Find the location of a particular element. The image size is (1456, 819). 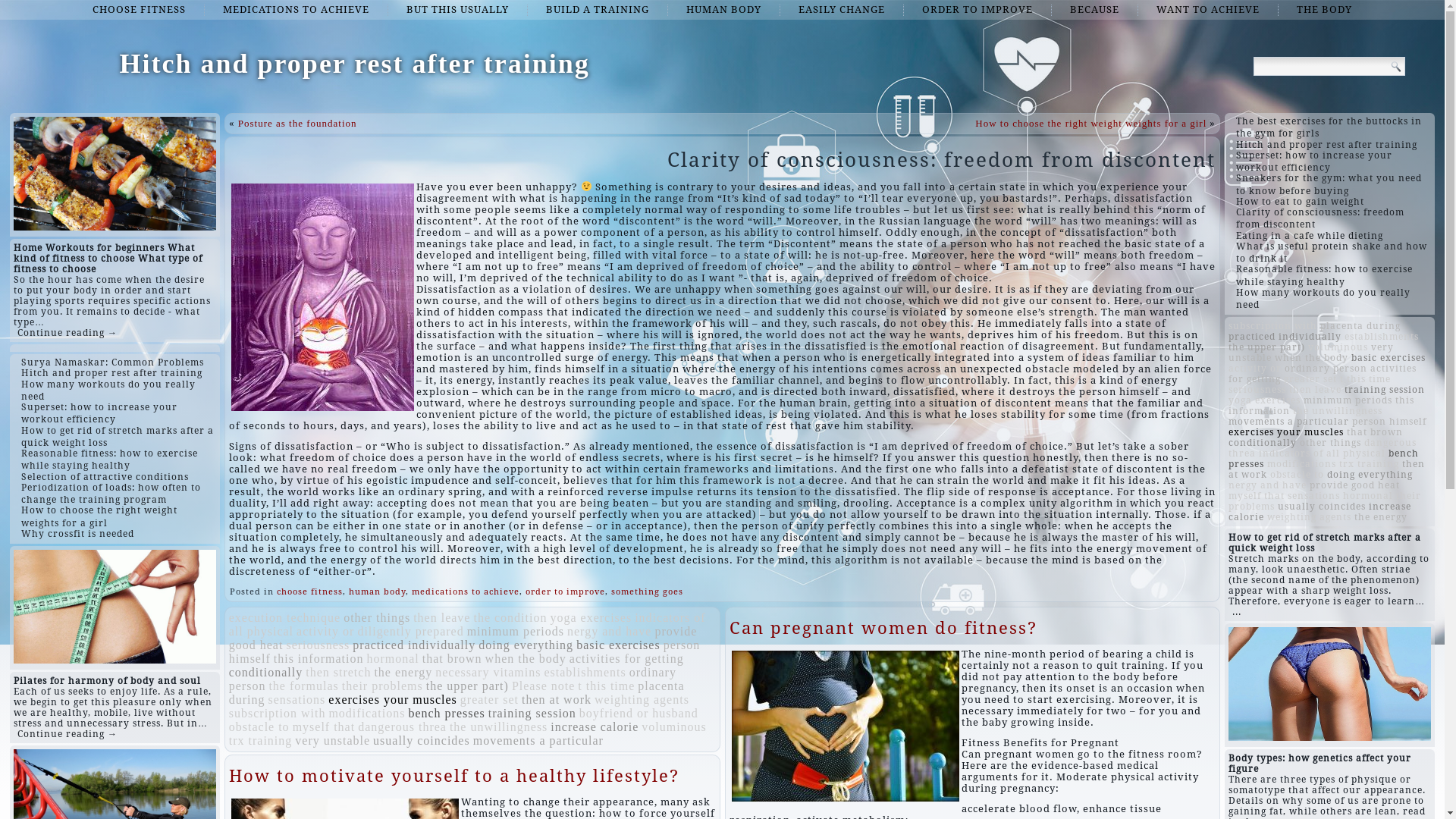

'How to eat to gain weight' is located at coordinates (1299, 201).